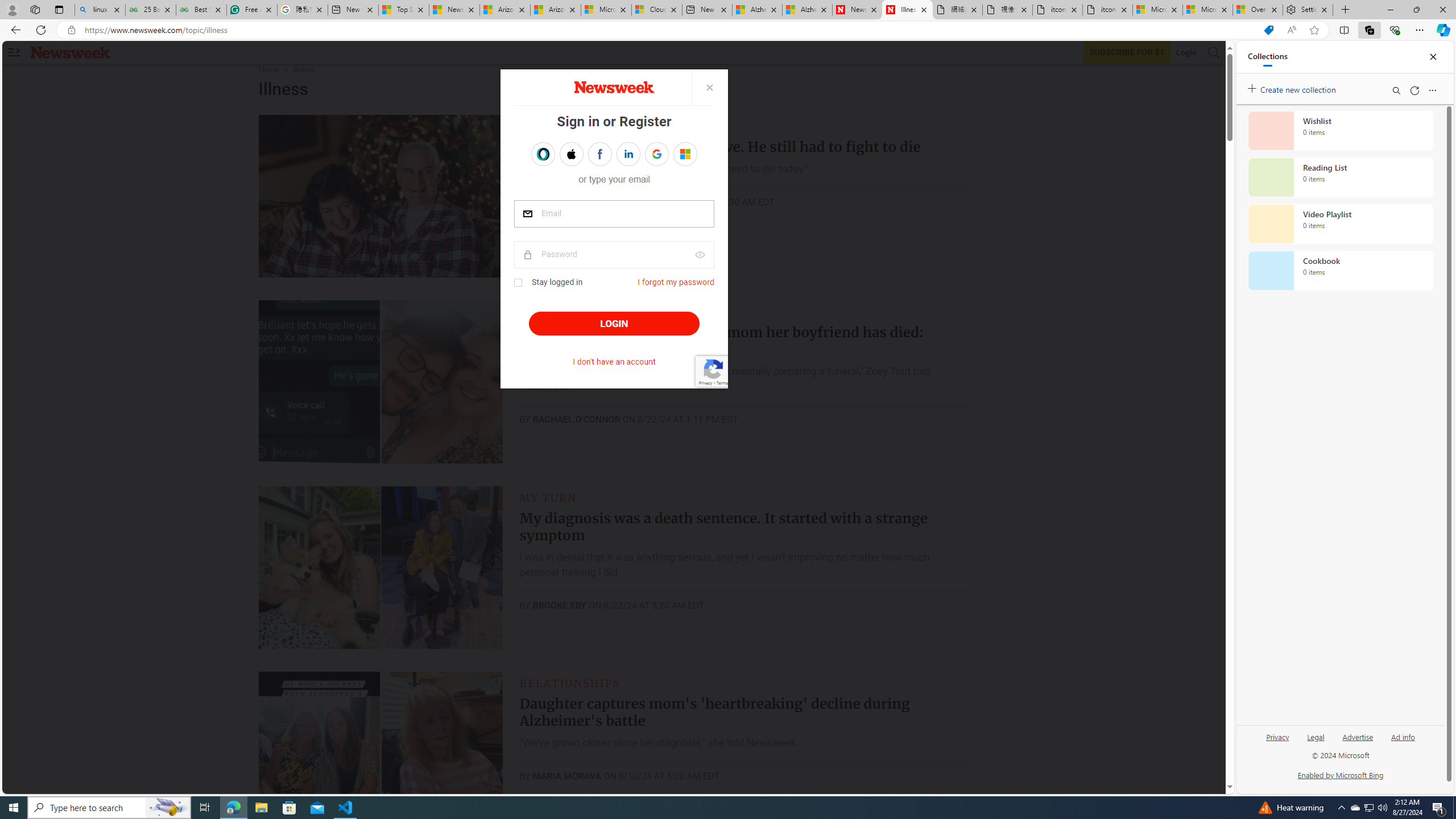  Describe the element at coordinates (599, 154) in the screenshot. I see `'Sign in with FACEBOOK'` at that location.